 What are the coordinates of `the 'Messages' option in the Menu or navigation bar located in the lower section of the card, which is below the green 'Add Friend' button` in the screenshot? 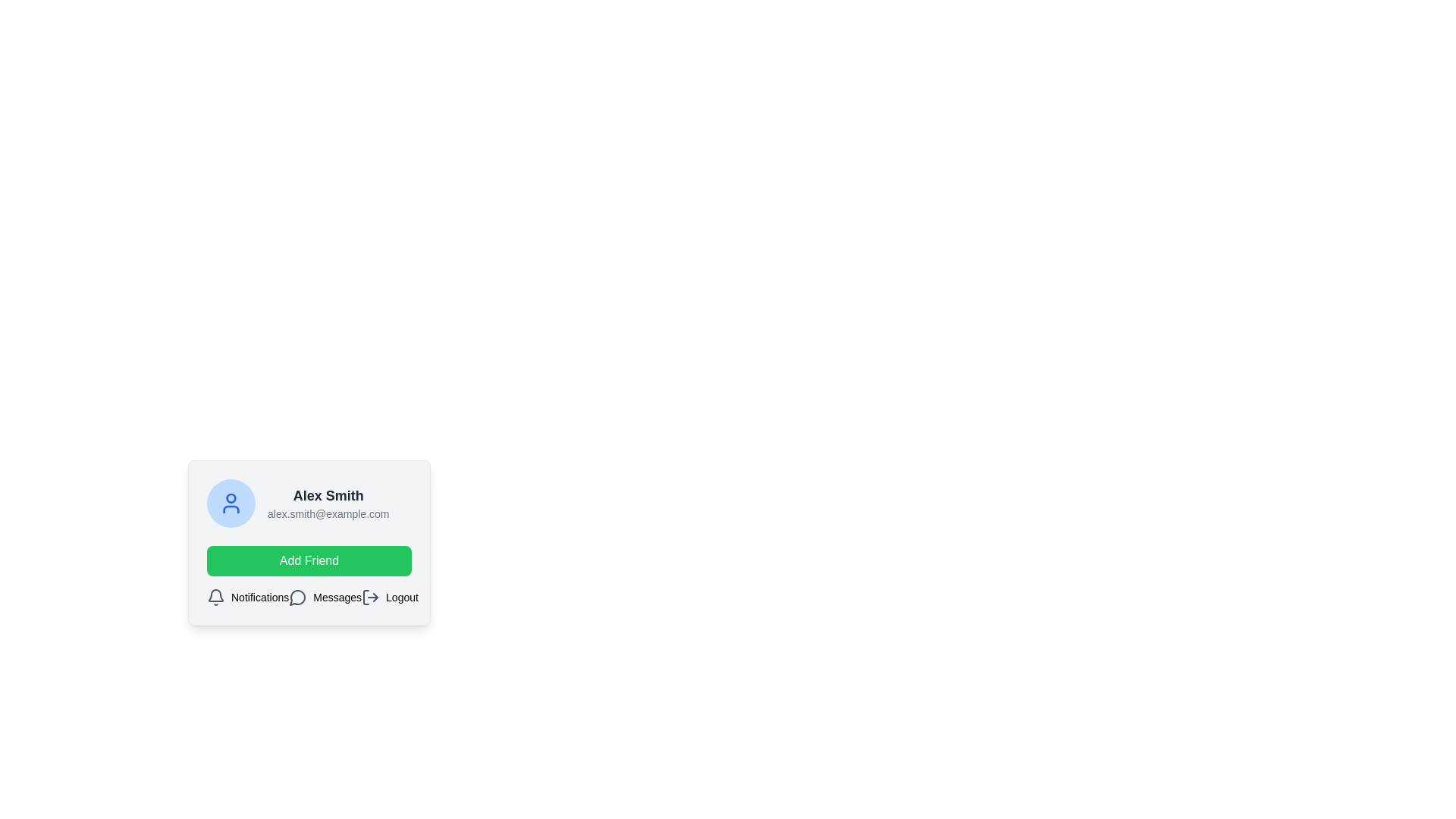 It's located at (309, 596).